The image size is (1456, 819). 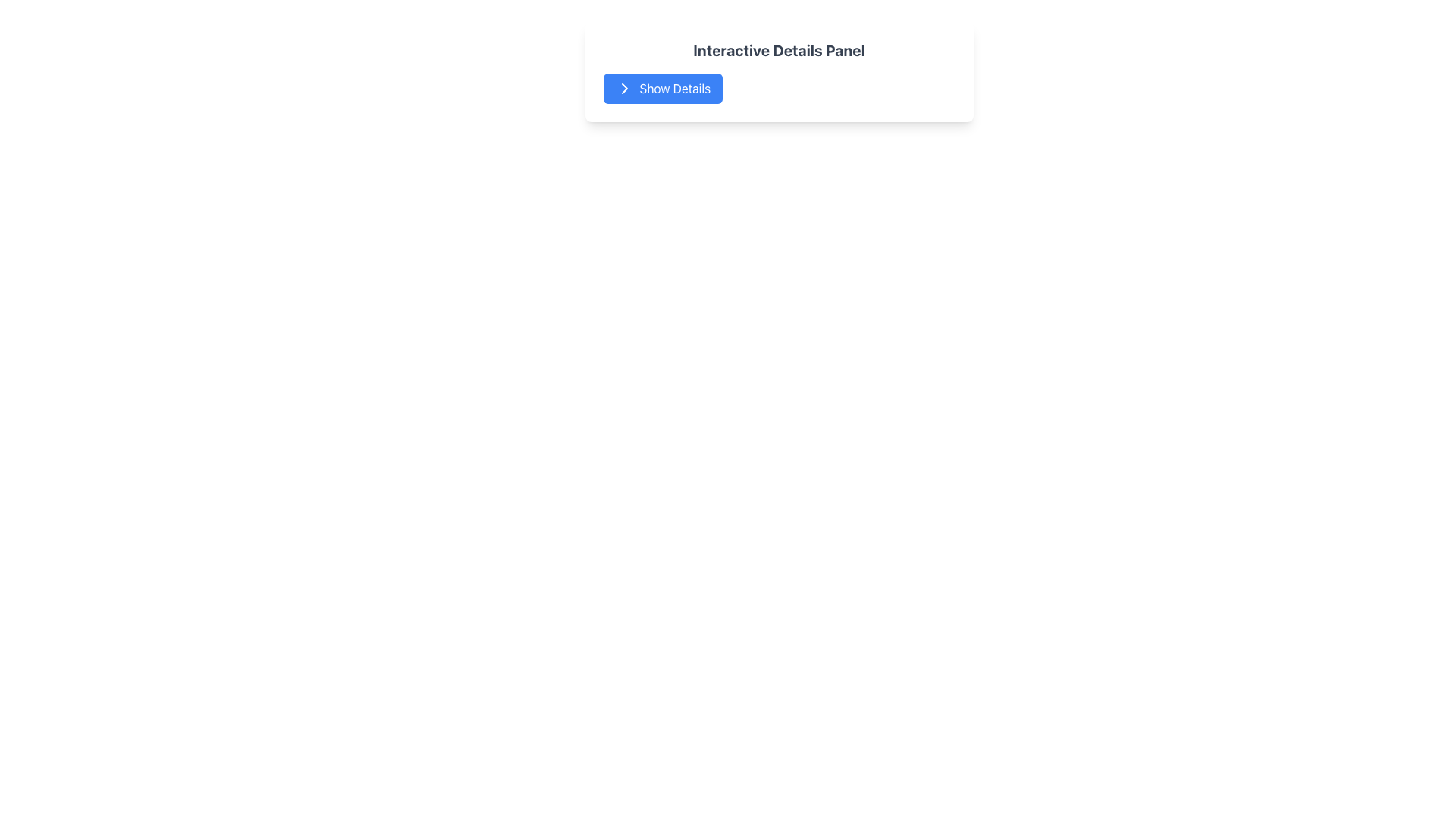 I want to click on the Directional Icon (Arrow) within the 'Show Details' button, which indicates direction or additional information related to the 'Interactive Details Panel', so click(x=624, y=88).